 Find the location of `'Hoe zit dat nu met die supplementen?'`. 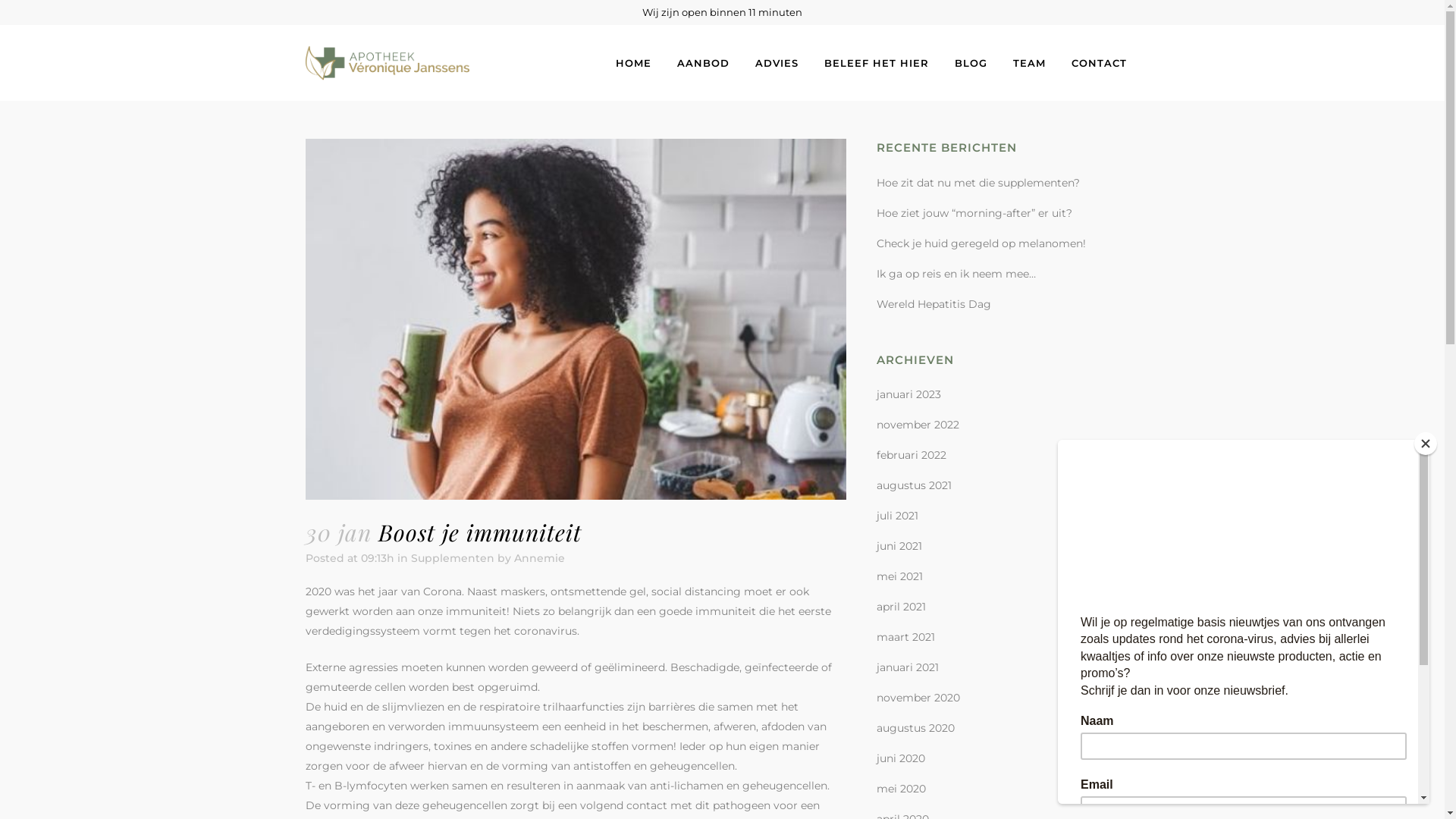

'Hoe zit dat nu met die supplementen?' is located at coordinates (877, 181).